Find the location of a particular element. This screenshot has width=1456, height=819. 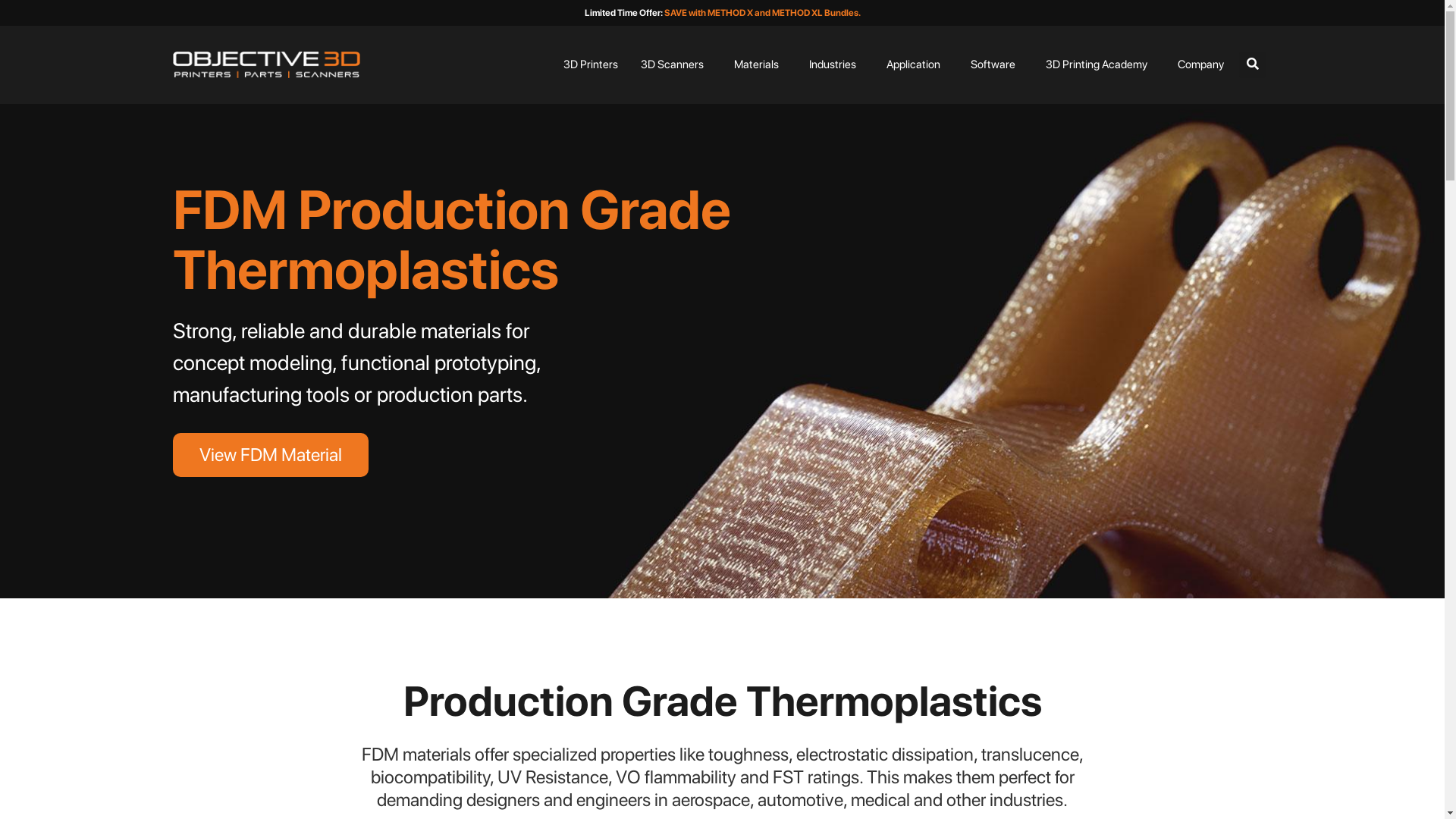

'3D Printers' is located at coordinates (563, 64).